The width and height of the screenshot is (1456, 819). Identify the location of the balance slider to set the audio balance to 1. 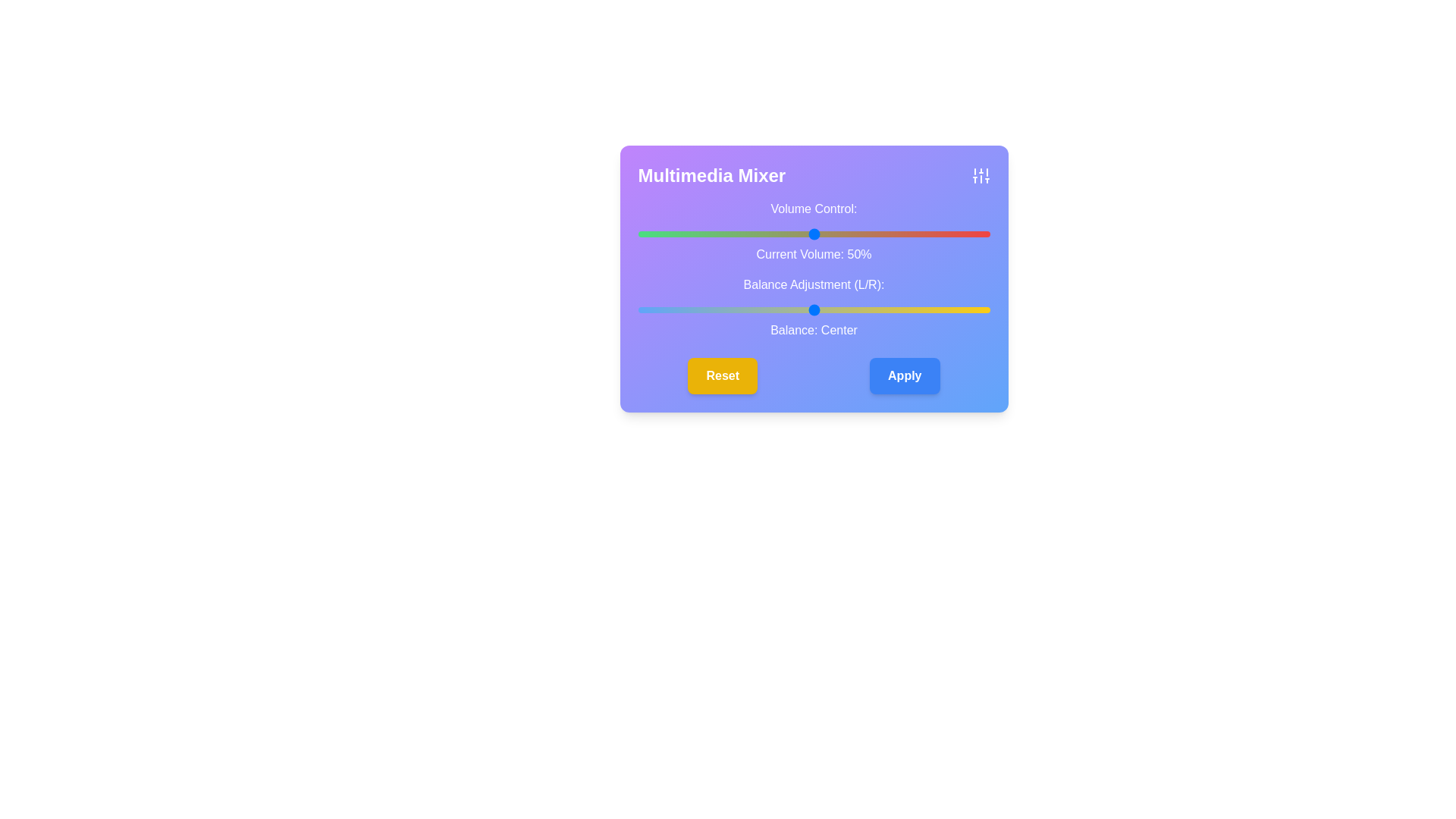
(817, 309).